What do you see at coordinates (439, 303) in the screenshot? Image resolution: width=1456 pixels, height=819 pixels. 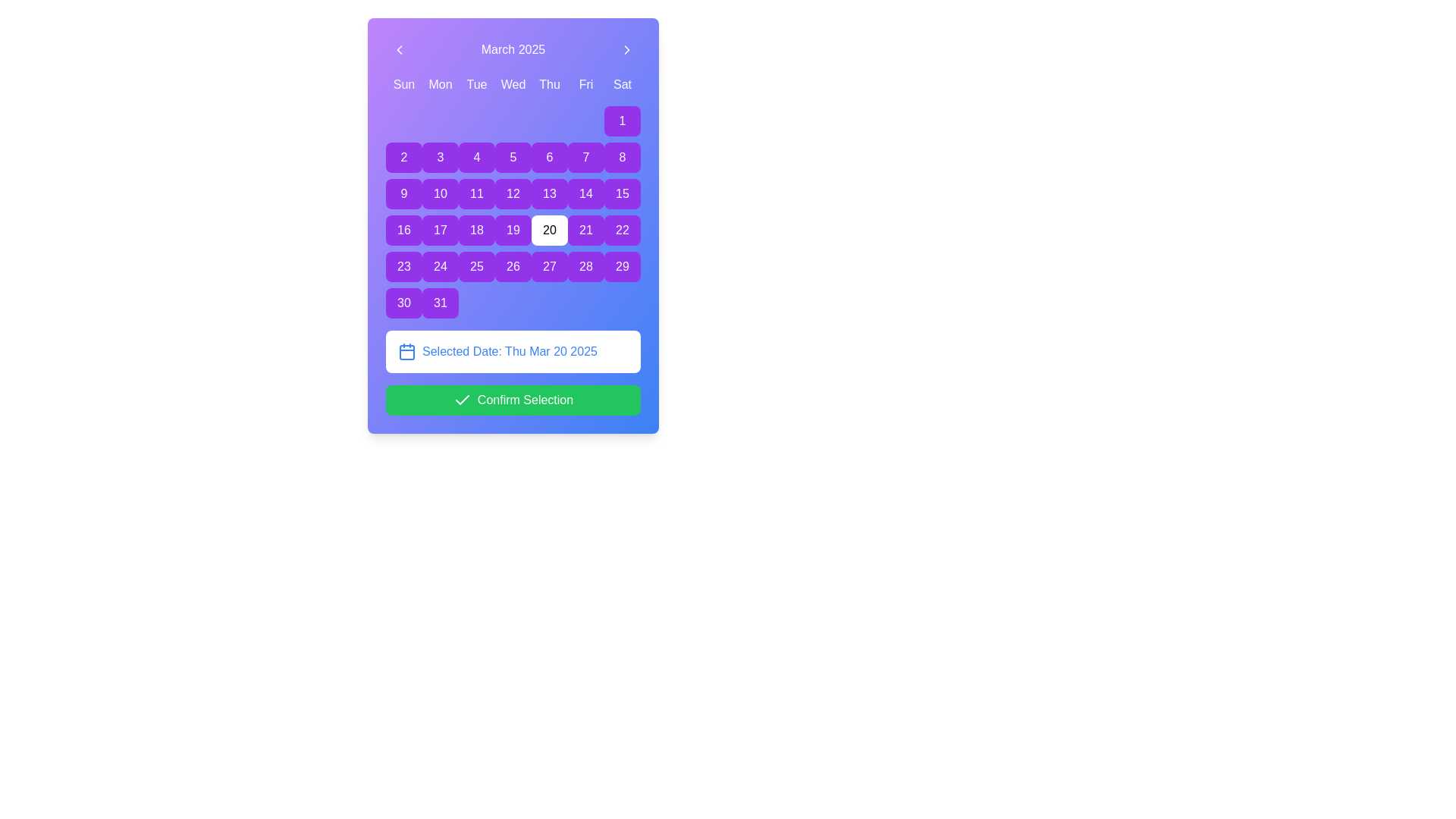 I see `the button representing the 31st day of the month in the calendar view` at bounding box center [439, 303].